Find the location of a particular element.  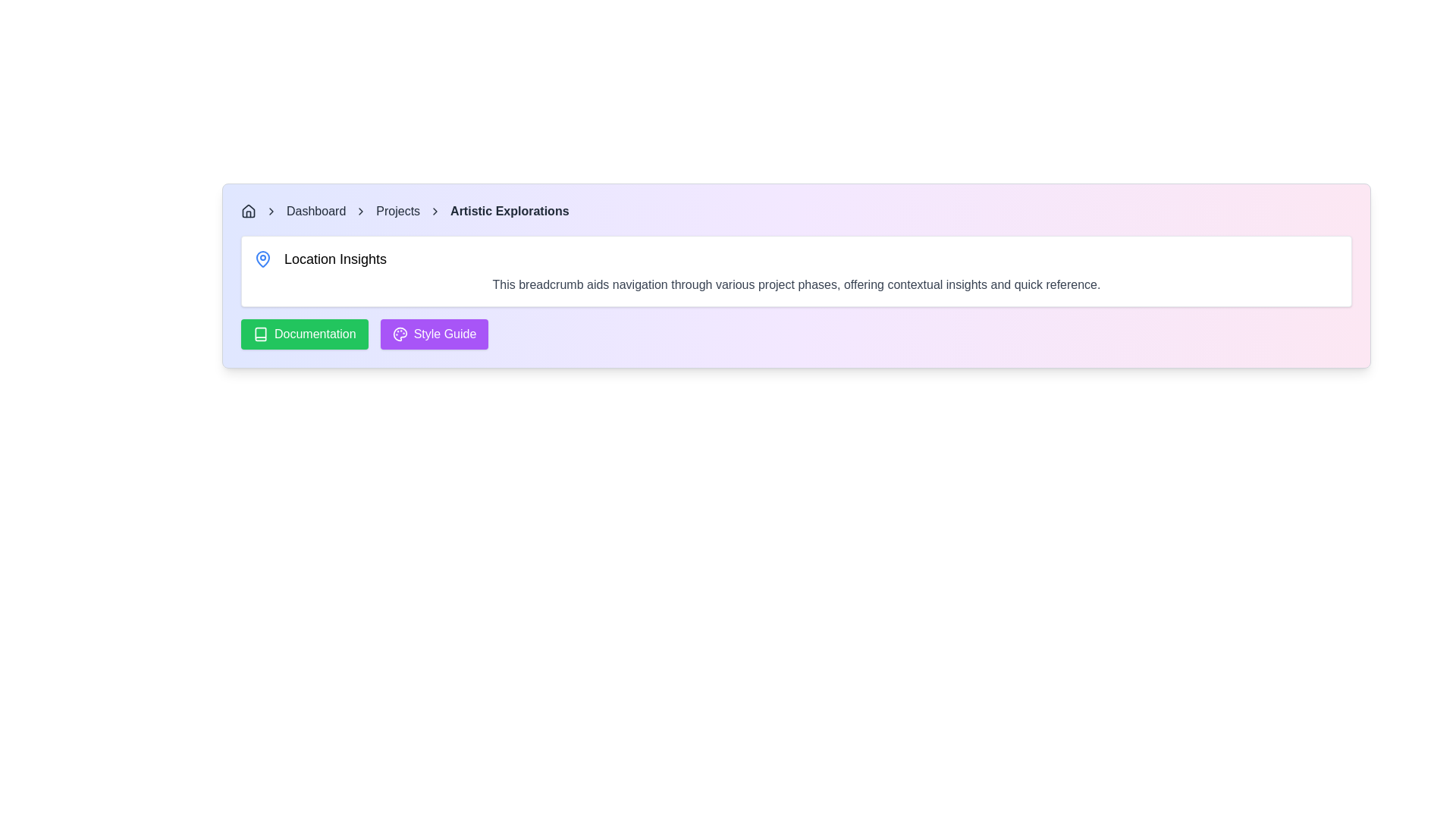

the purple paint palette SVG icon located to the left of the 'Style Guide' button in the navigation bar at the bottom of the section is located at coordinates (400, 333).